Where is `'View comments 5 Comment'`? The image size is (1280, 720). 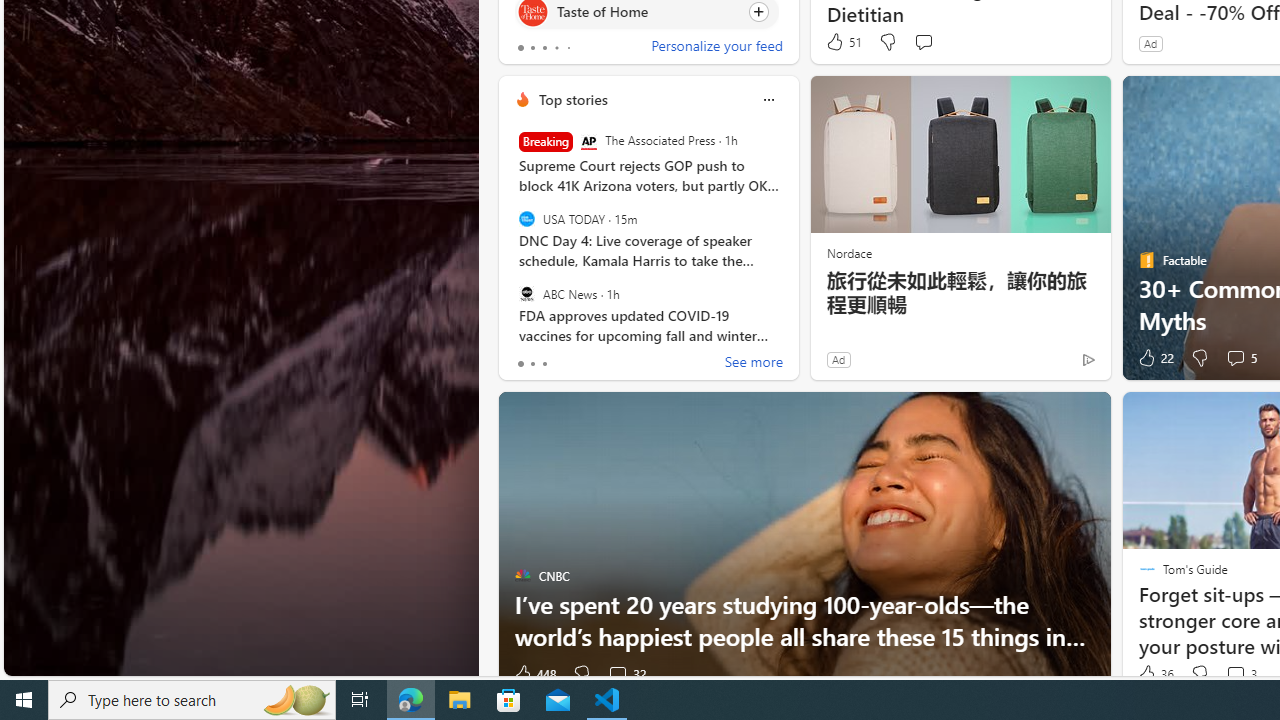
'View comments 5 Comment' is located at coordinates (1239, 357).